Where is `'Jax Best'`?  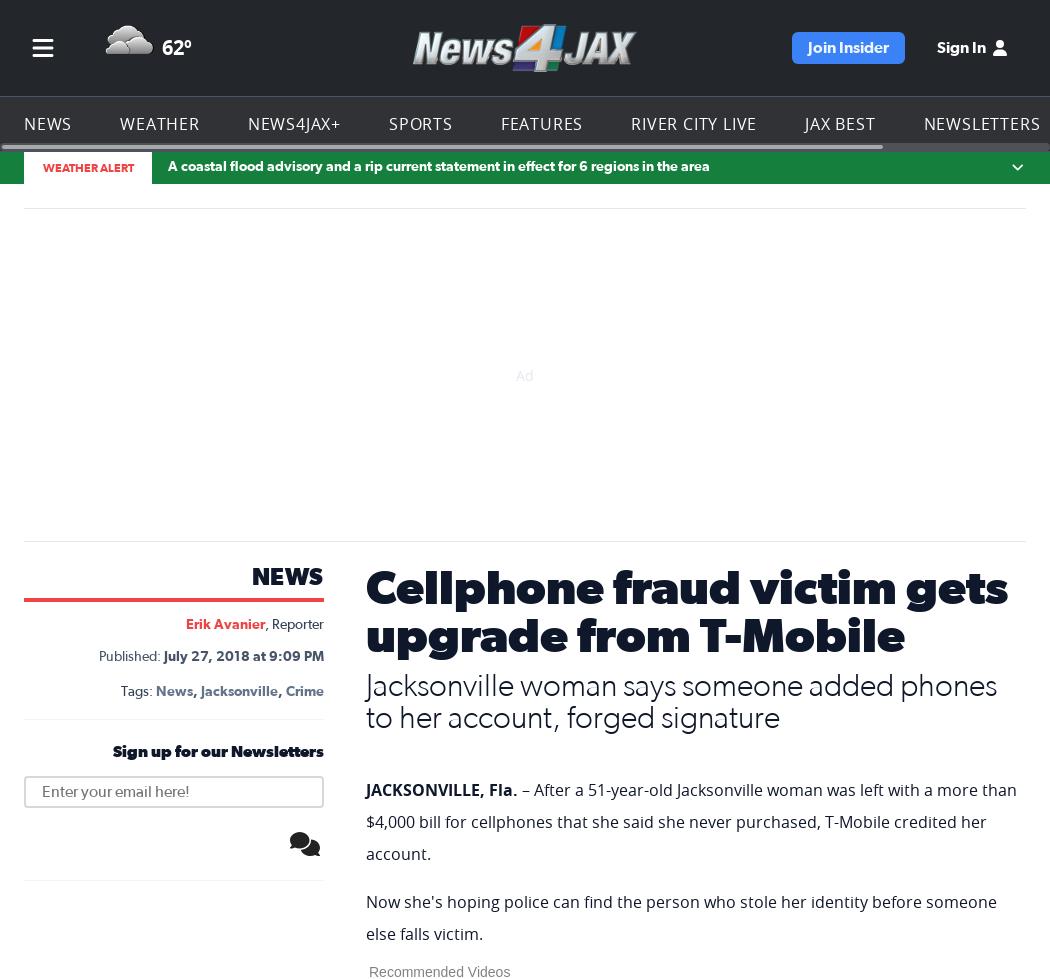 'Jax Best' is located at coordinates (820, 27).